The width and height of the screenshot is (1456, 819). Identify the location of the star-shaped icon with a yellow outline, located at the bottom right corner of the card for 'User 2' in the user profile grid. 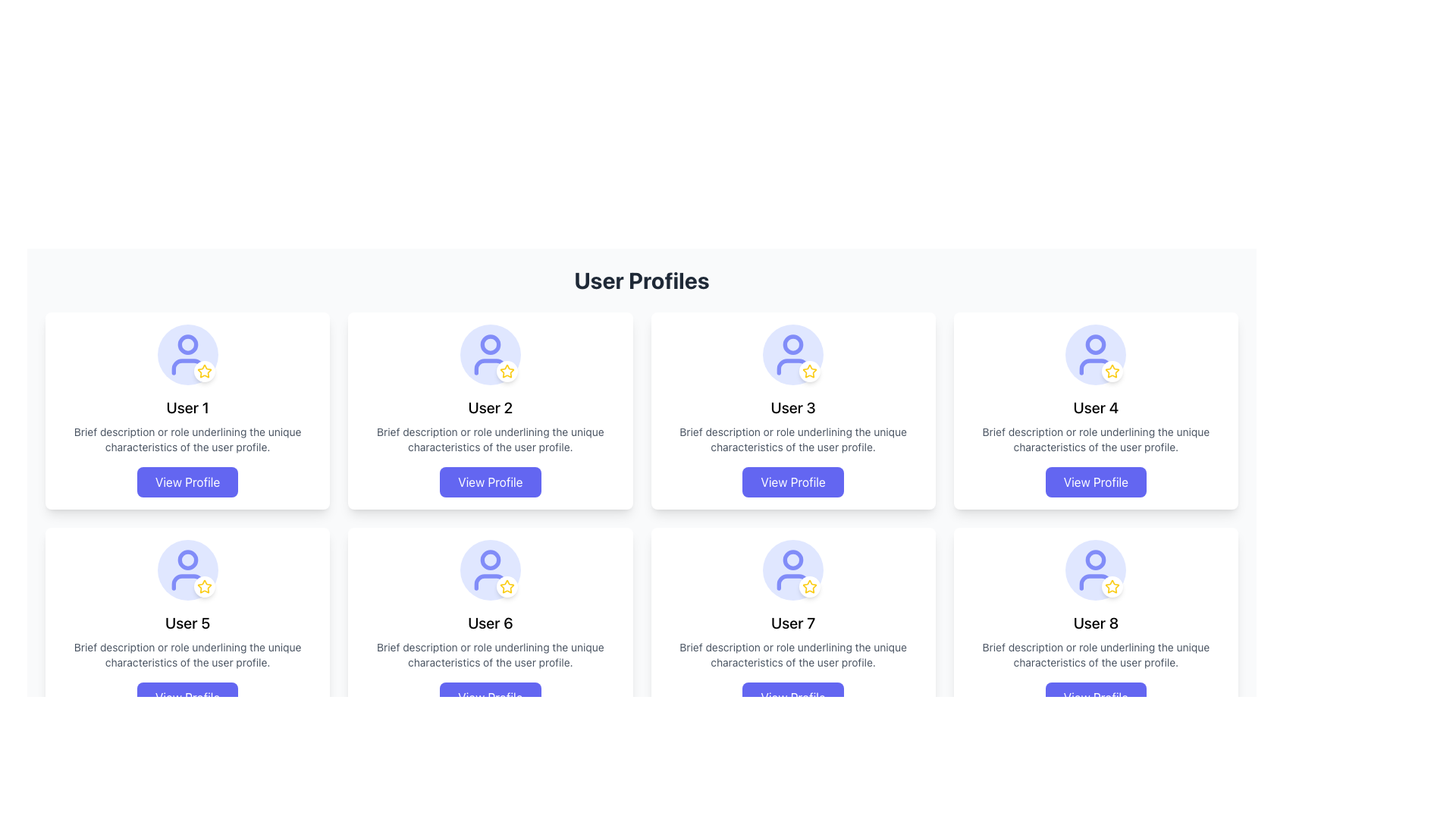
(507, 371).